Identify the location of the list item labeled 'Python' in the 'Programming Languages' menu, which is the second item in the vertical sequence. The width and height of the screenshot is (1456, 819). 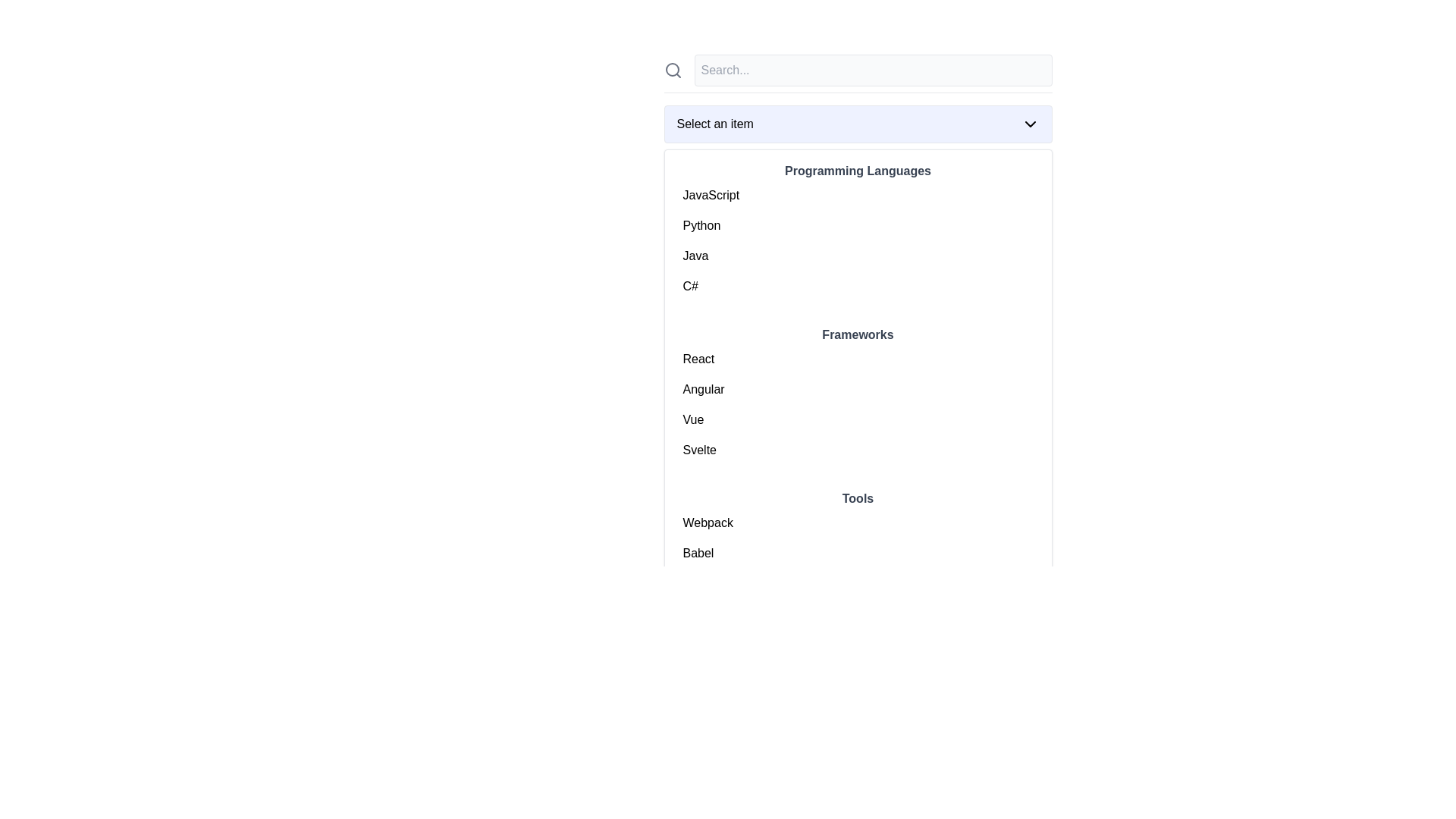
(858, 225).